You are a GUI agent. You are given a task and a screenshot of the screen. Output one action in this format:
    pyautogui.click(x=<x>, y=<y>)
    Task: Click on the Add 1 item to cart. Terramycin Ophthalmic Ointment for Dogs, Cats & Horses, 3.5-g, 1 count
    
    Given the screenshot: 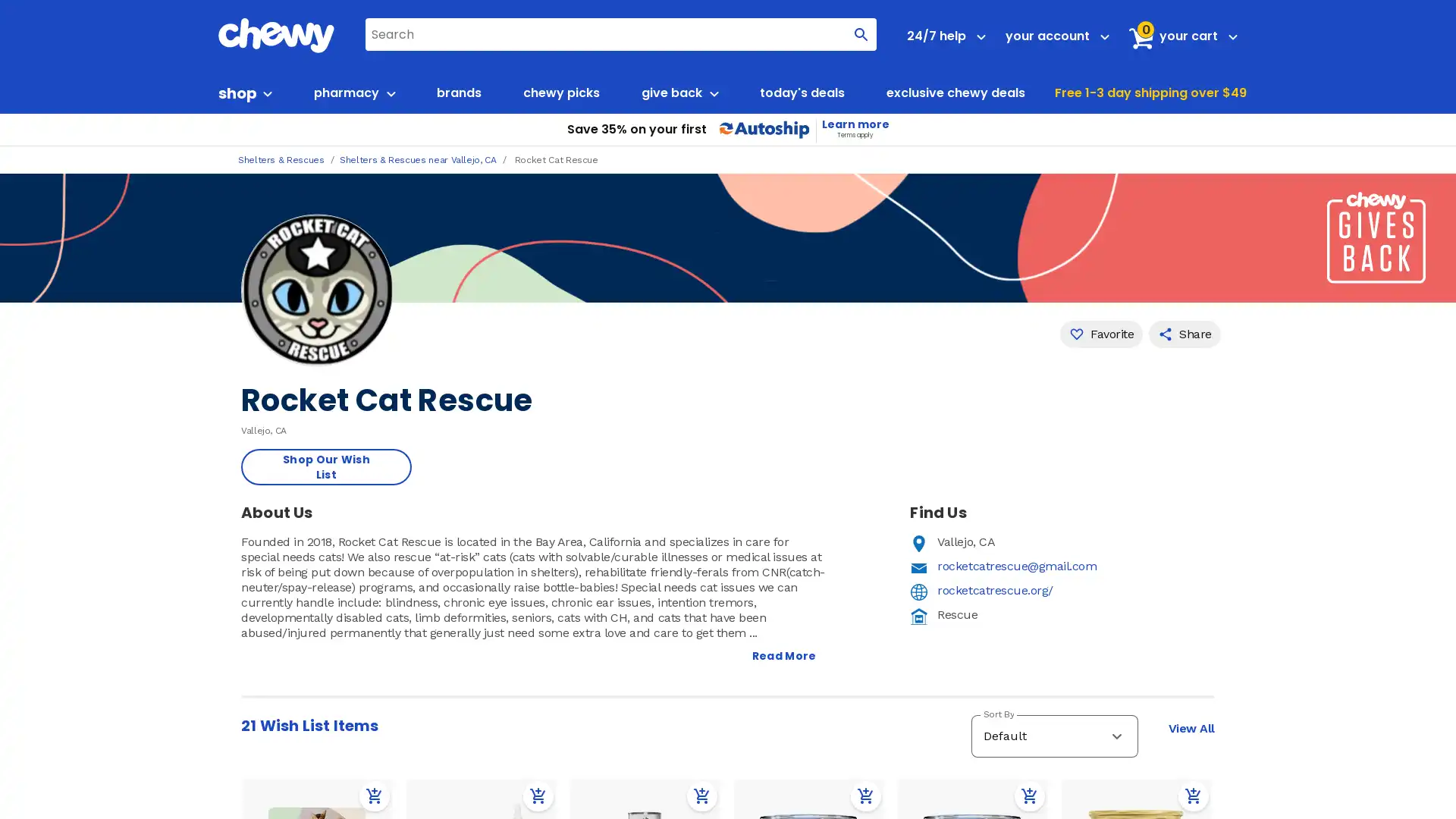 What is the action you would take?
    pyautogui.click(x=538, y=795)
    